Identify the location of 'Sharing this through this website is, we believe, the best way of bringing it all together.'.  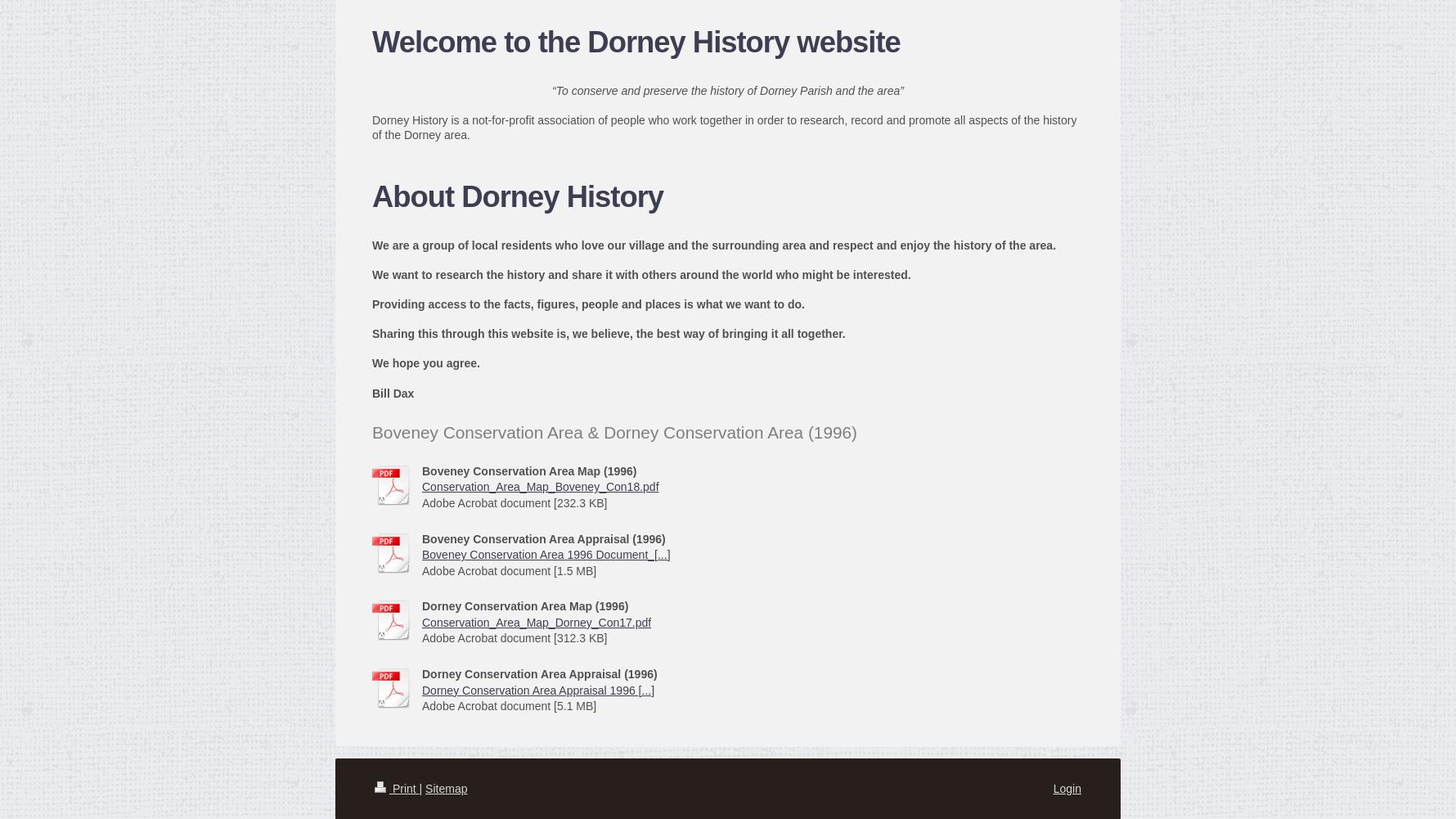
(609, 333).